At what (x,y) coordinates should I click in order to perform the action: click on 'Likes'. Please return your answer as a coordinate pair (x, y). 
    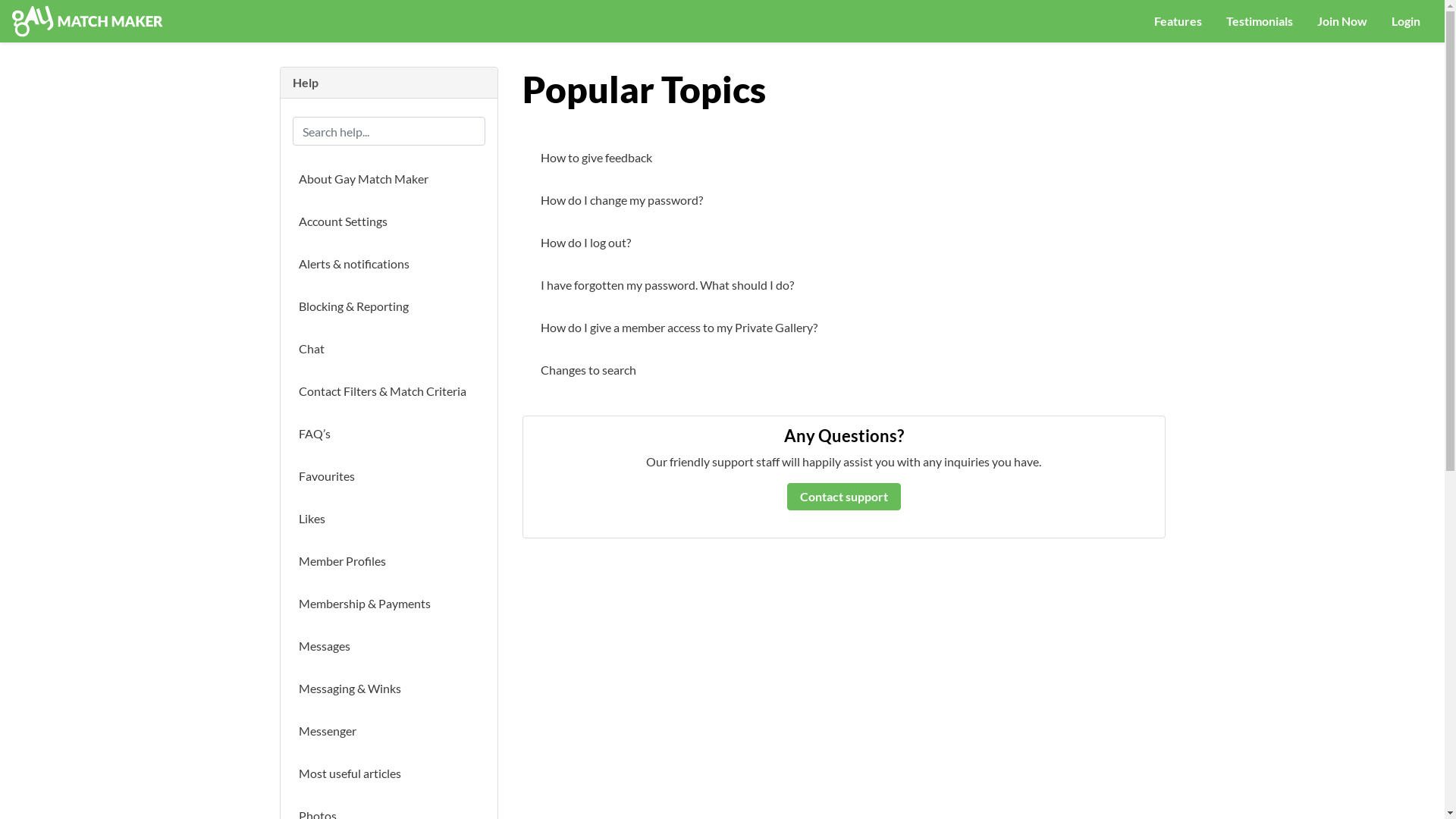
    Looking at the image, I should click on (389, 517).